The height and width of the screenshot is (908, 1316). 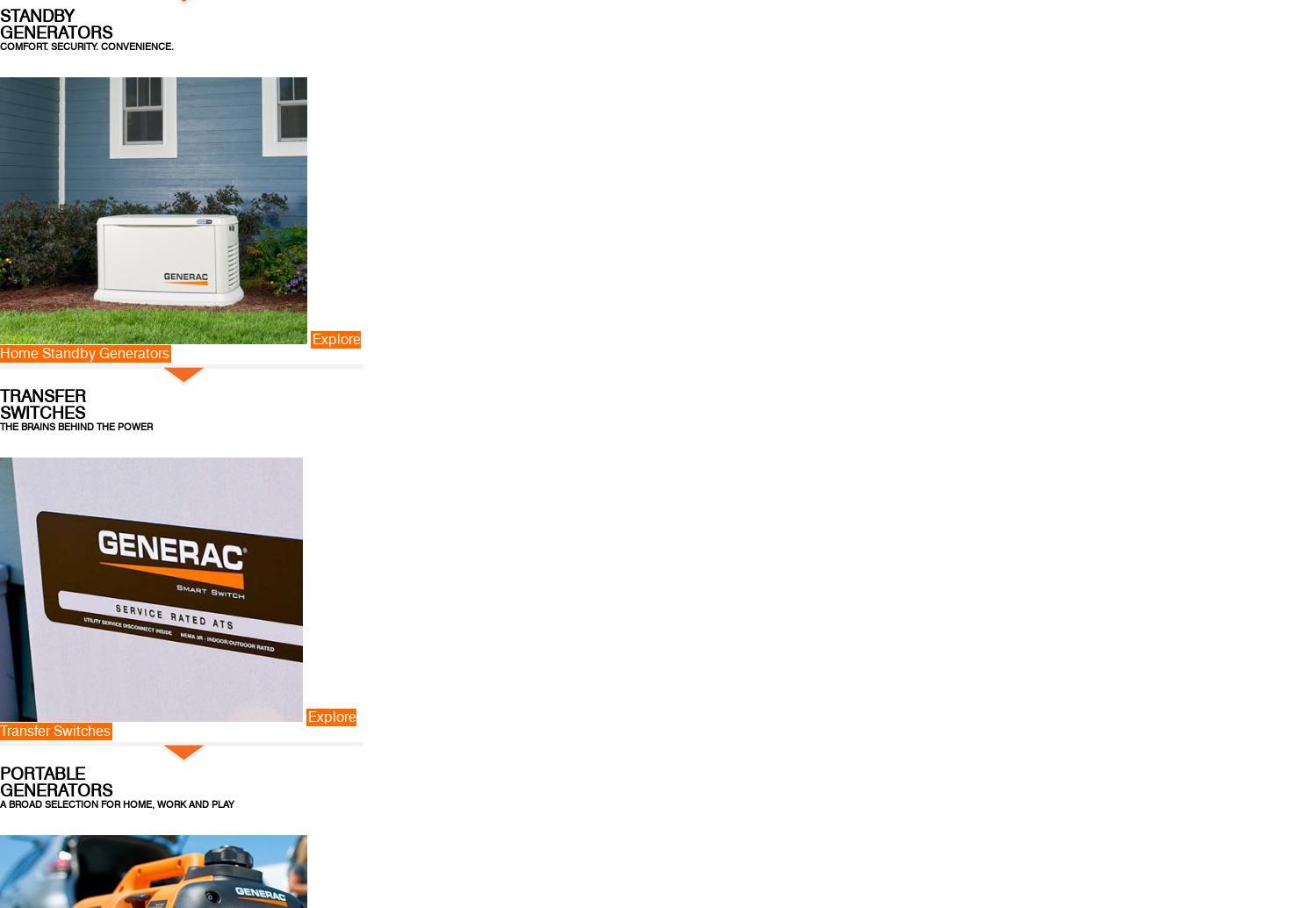 I want to click on 'TRANSFER', so click(x=43, y=395).